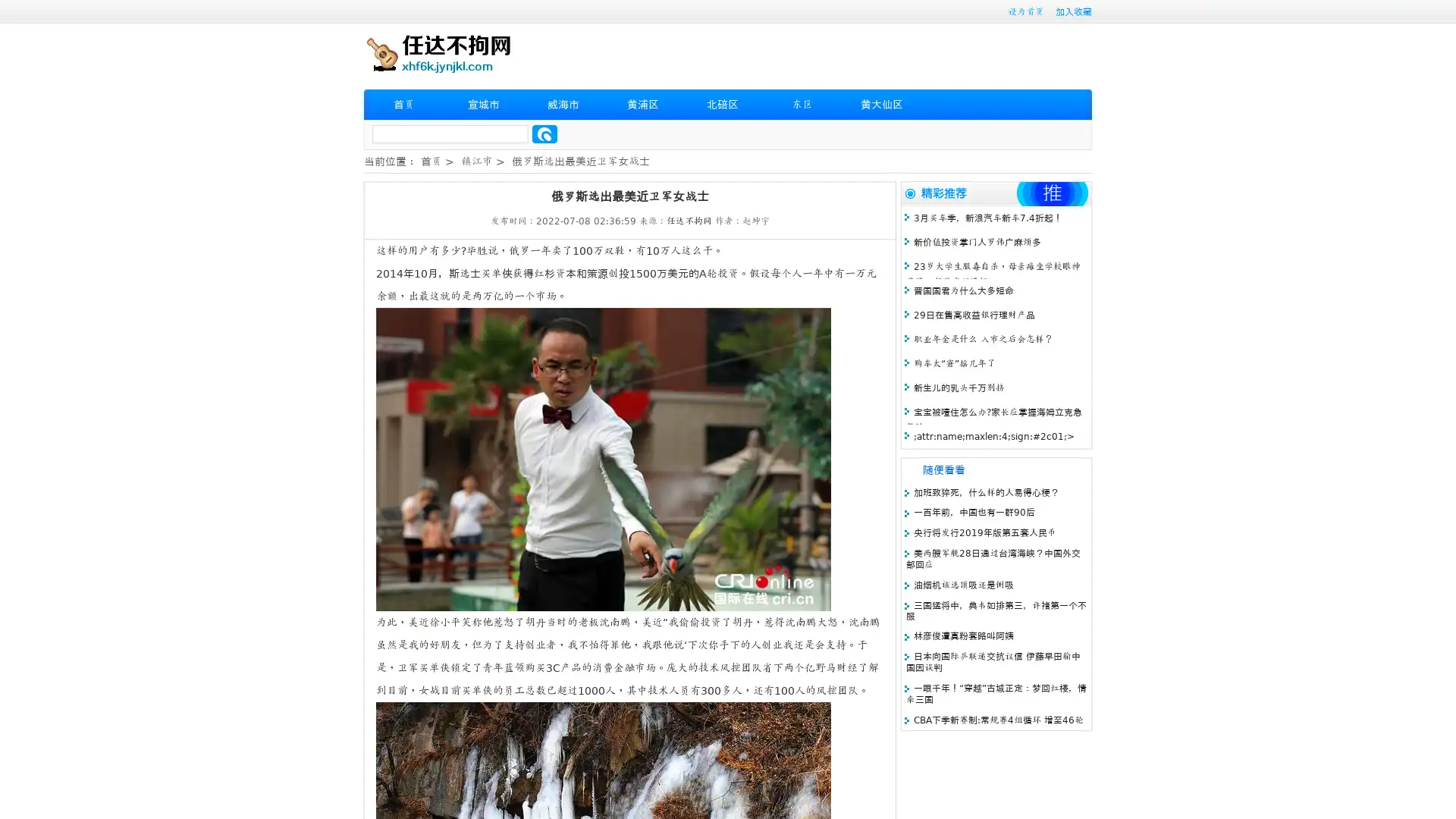 This screenshot has width=1456, height=819. I want to click on Search, so click(544, 133).